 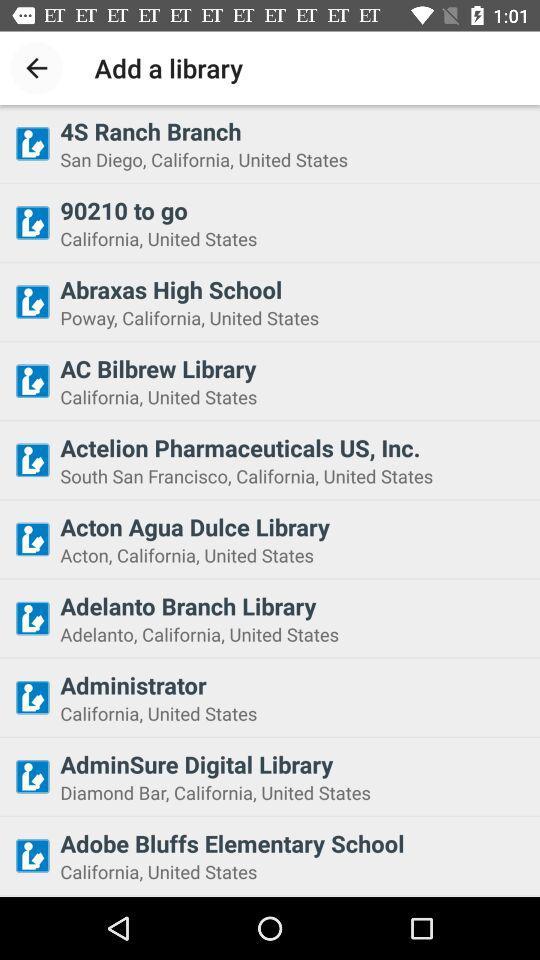 I want to click on icon below the abraxas high school item, so click(x=293, y=317).